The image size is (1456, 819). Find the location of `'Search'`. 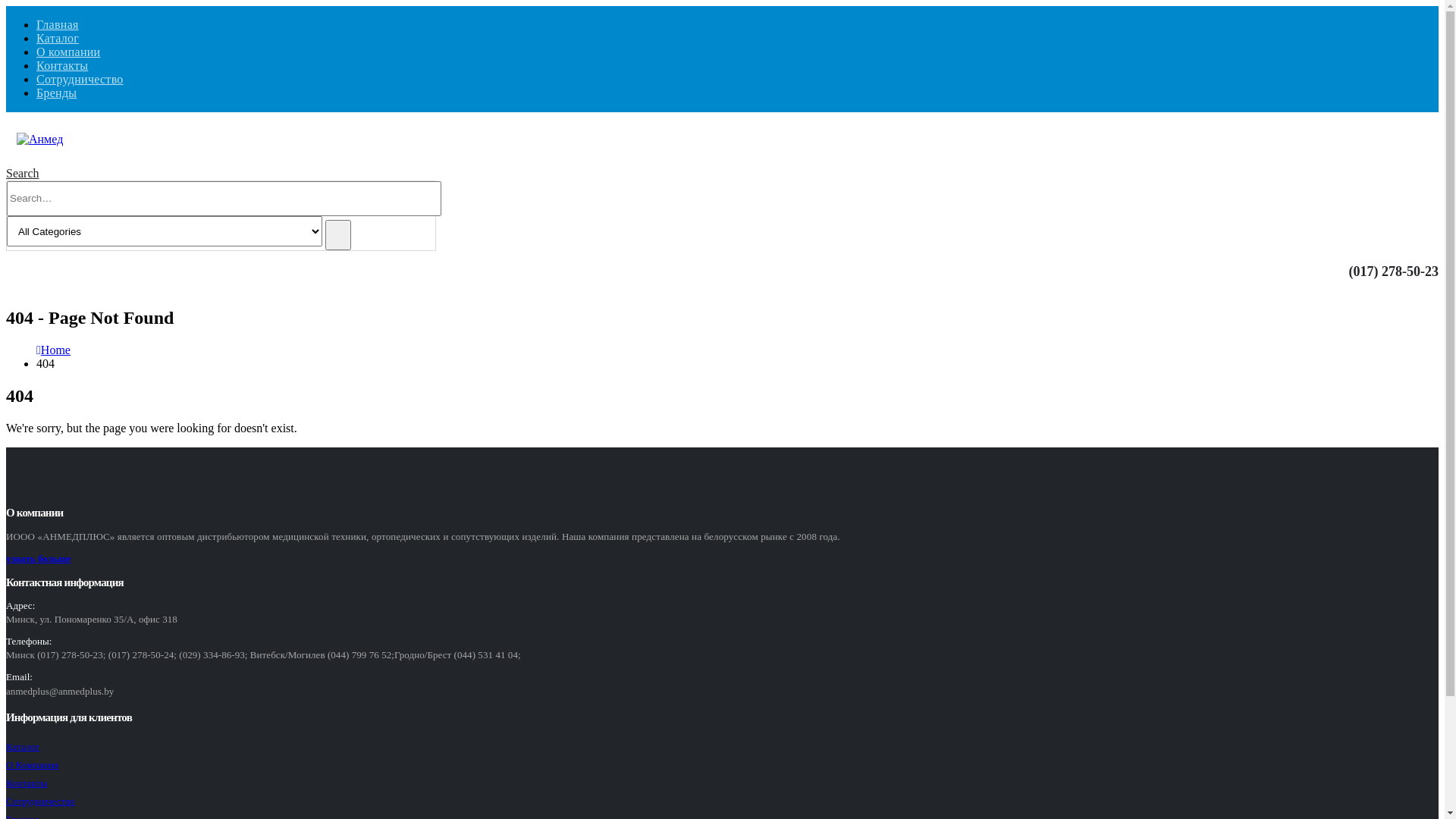

'Search' is located at coordinates (337, 234).